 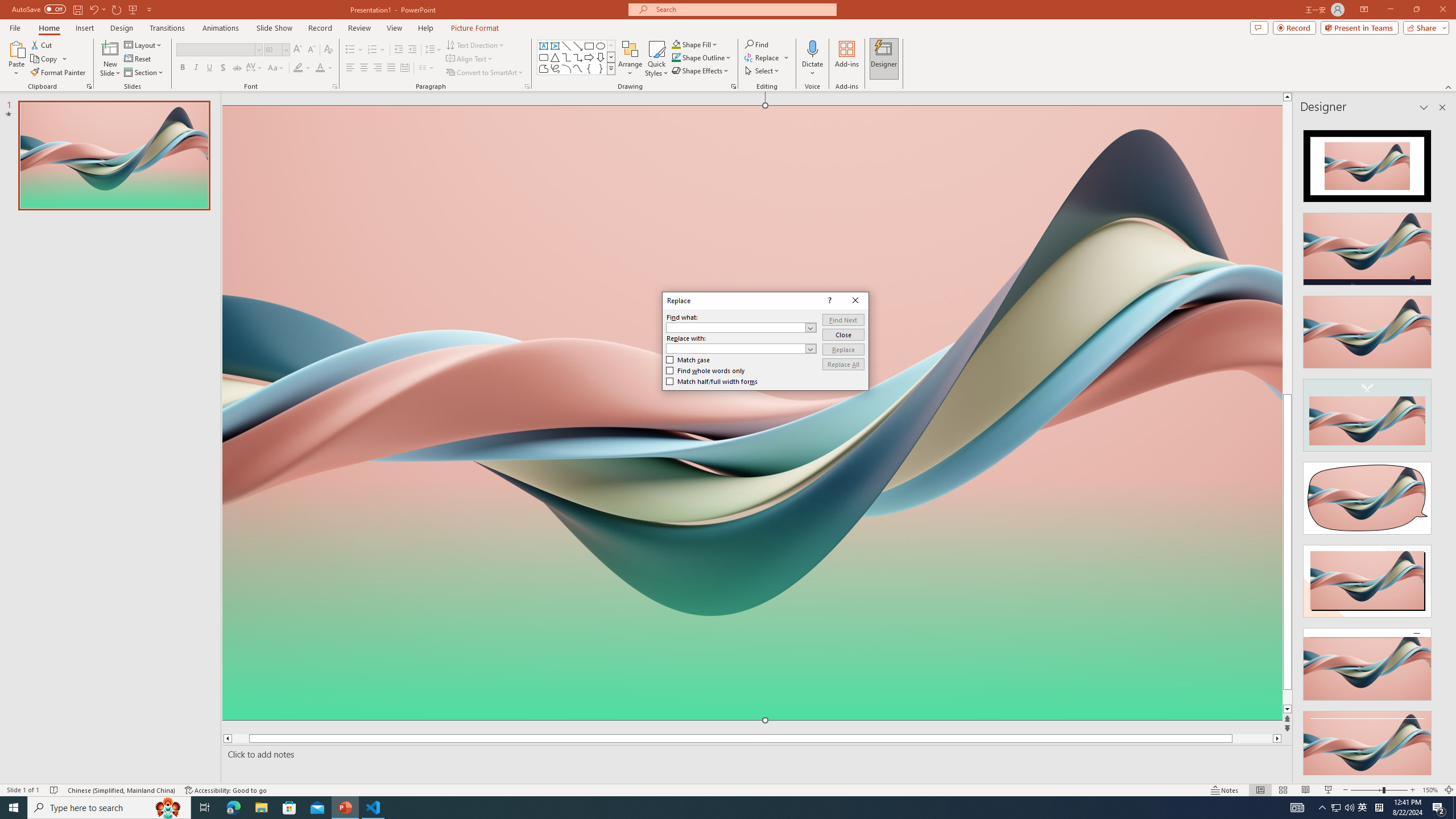 I want to click on 'Recommended Design: Design Idea', so click(x=1366, y=162).